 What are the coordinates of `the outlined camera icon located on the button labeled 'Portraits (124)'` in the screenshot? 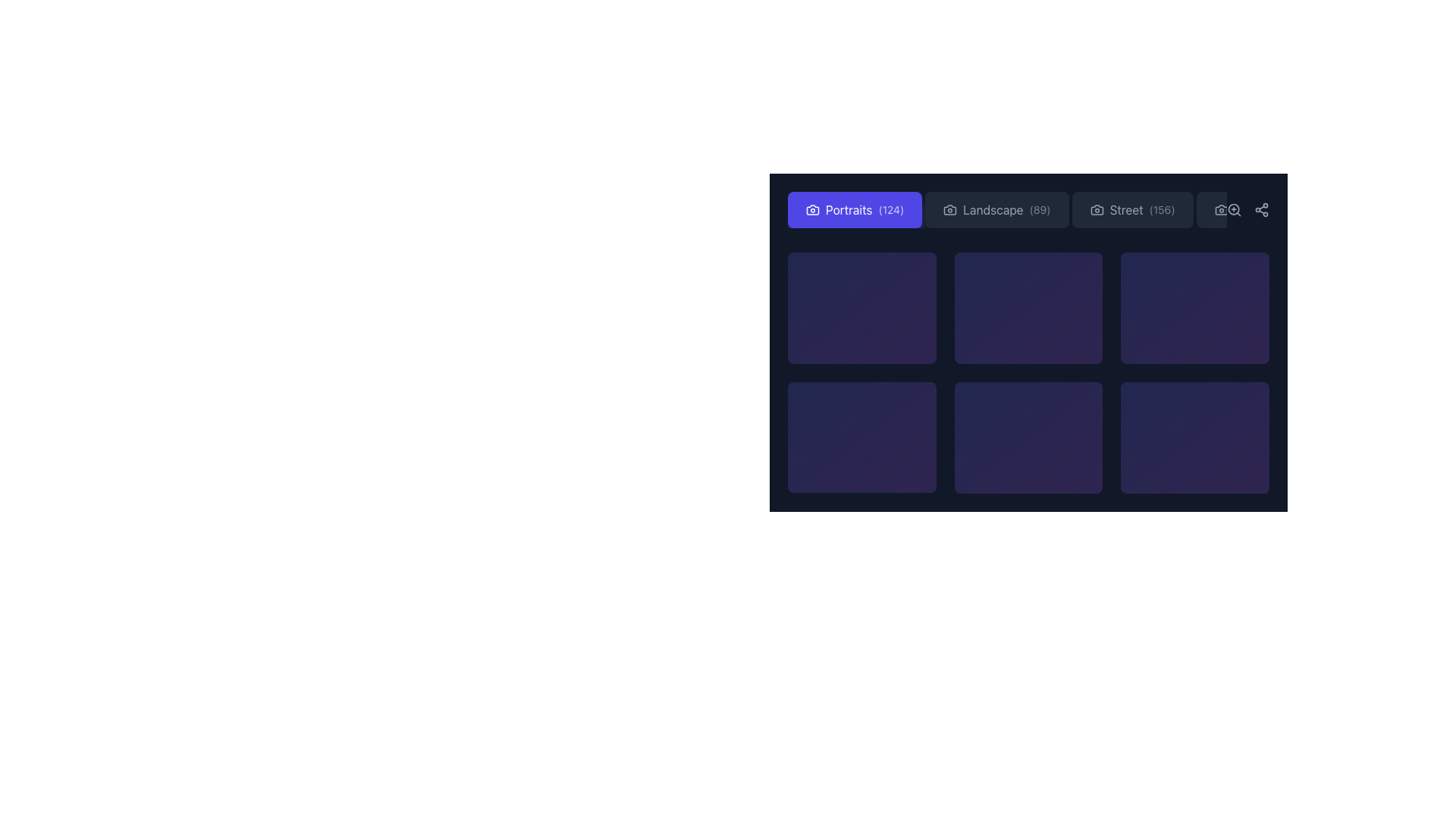 It's located at (811, 210).